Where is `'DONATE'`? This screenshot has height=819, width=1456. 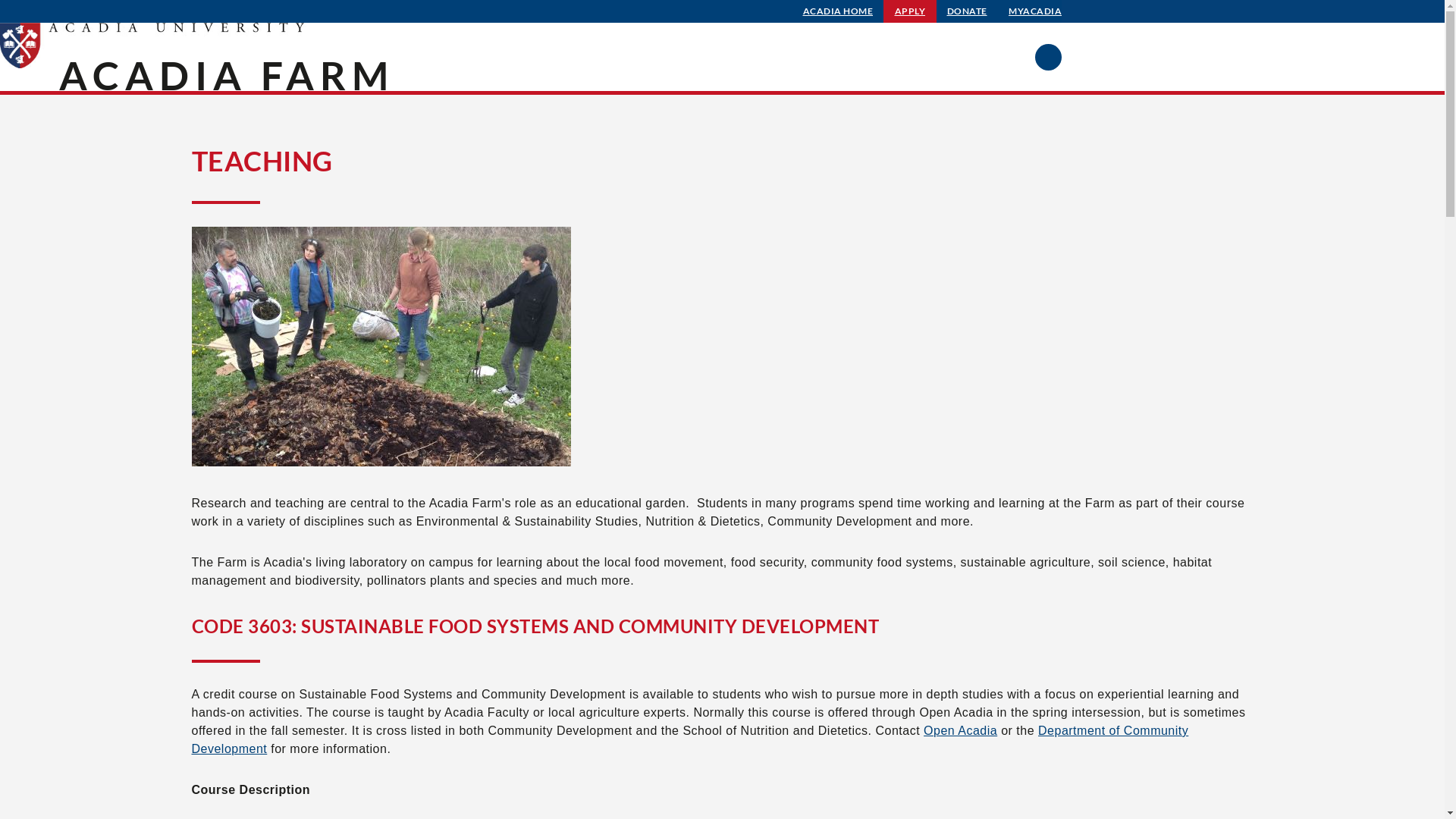 'DONATE' is located at coordinates (966, 11).